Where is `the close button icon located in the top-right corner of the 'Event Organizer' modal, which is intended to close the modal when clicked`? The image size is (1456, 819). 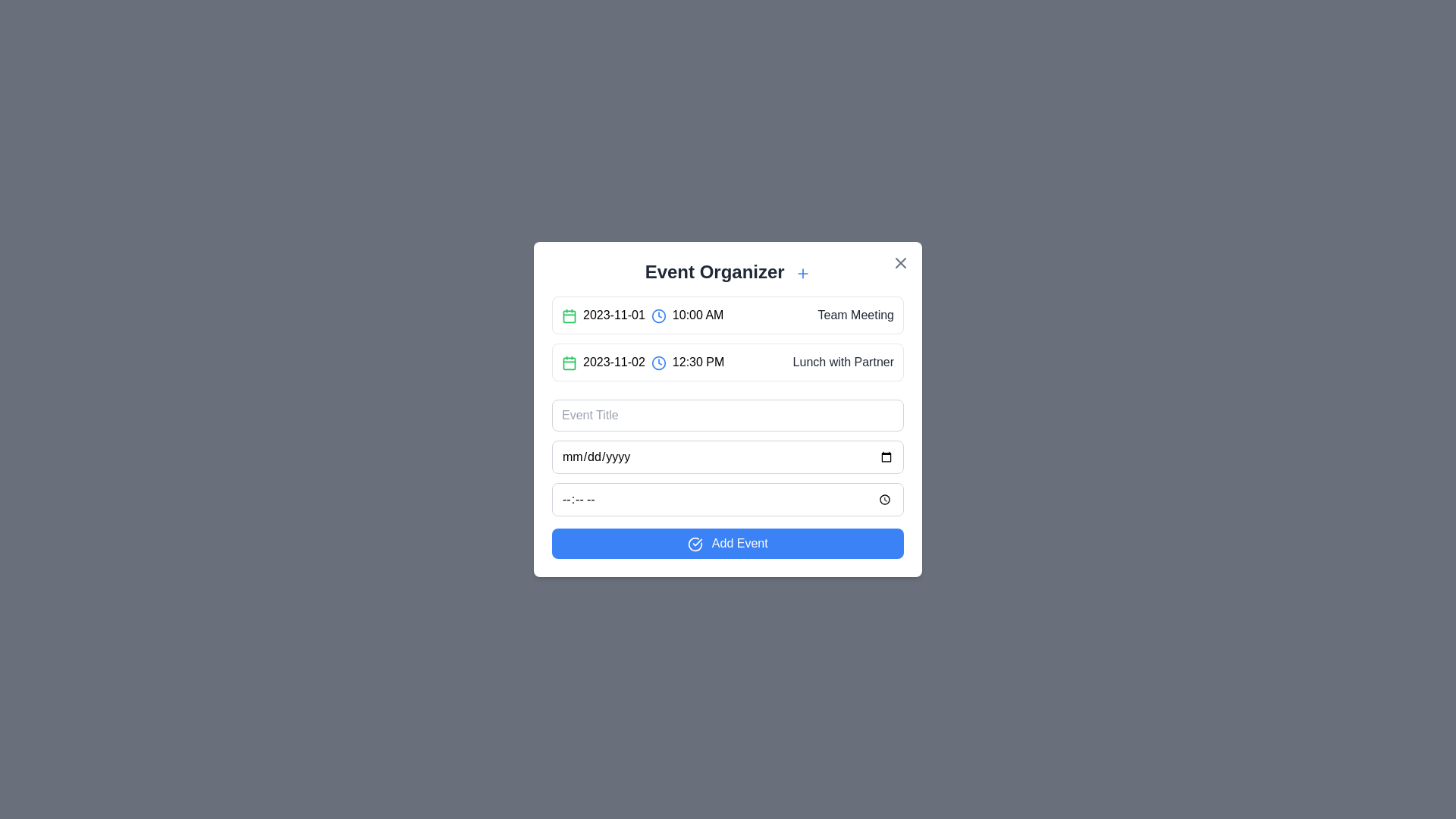
the close button icon located in the top-right corner of the 'Event Organizer' modal, which is intended to close the modal when clicked is located at coordinates (901, 262).